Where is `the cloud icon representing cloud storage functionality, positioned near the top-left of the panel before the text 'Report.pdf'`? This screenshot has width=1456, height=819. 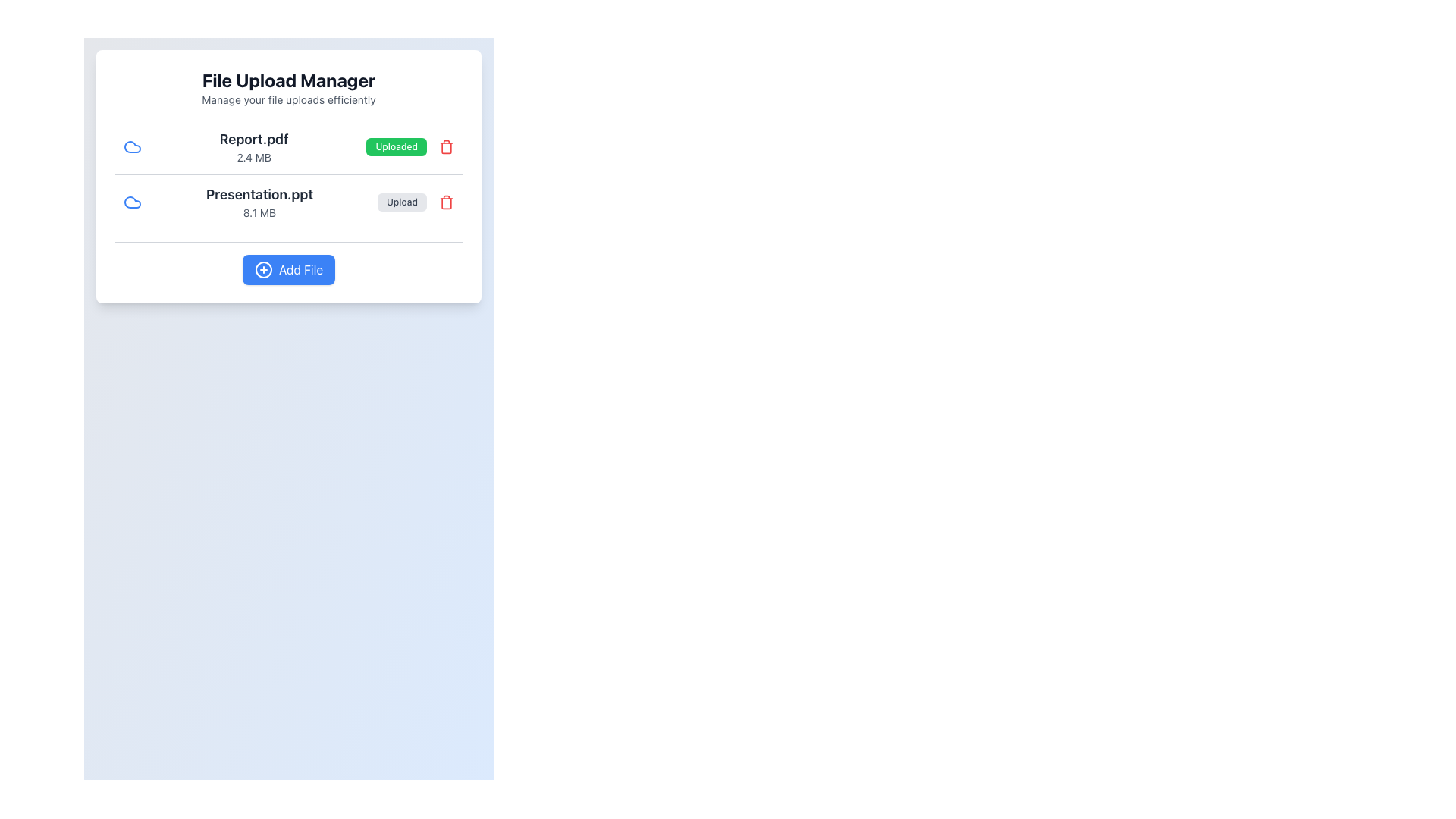 the cloud icon representing cloud storage functionality, positioned near the top-left of the panel before the text 'Report.pdf' is located at coordinates (132, 201).